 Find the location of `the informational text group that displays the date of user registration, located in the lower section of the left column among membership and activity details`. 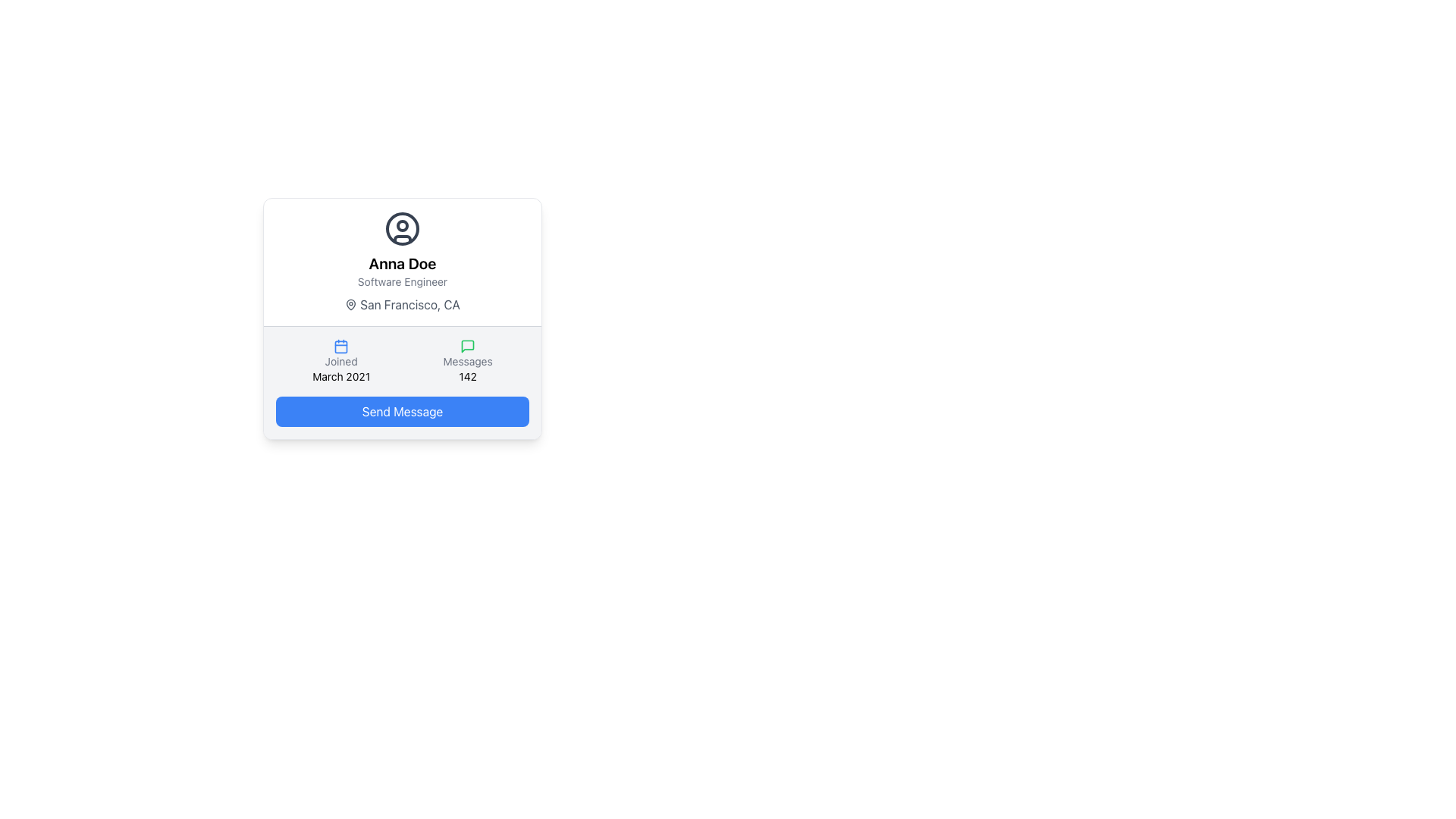

the informational text group that displays the date of user registration, located in the lower section of the left column among membership and activity details is located at coordinates (340, 362).